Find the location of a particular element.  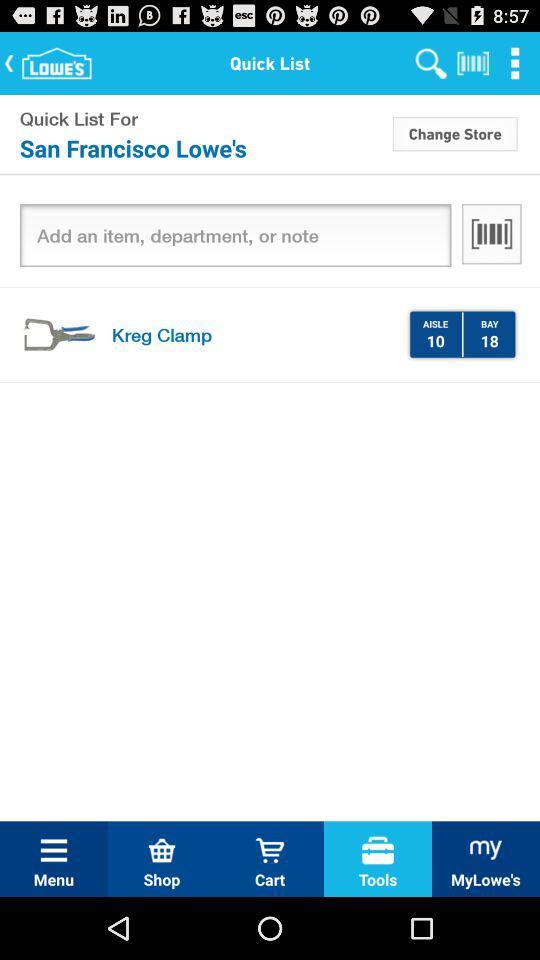

the item next to change store icon is located at coordinates (204, 146).